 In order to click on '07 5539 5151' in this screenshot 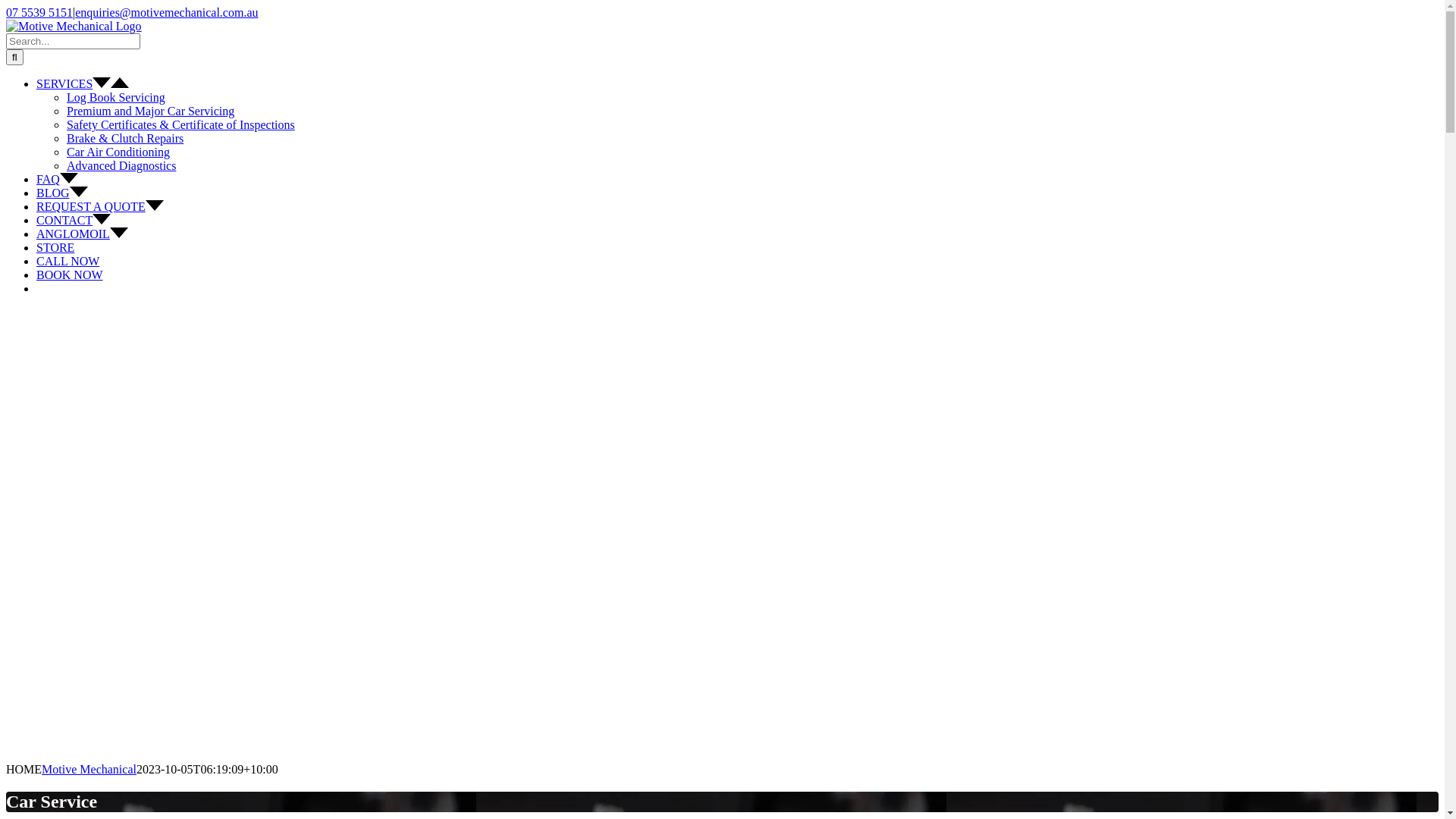, I will do `click(39, 12)`.